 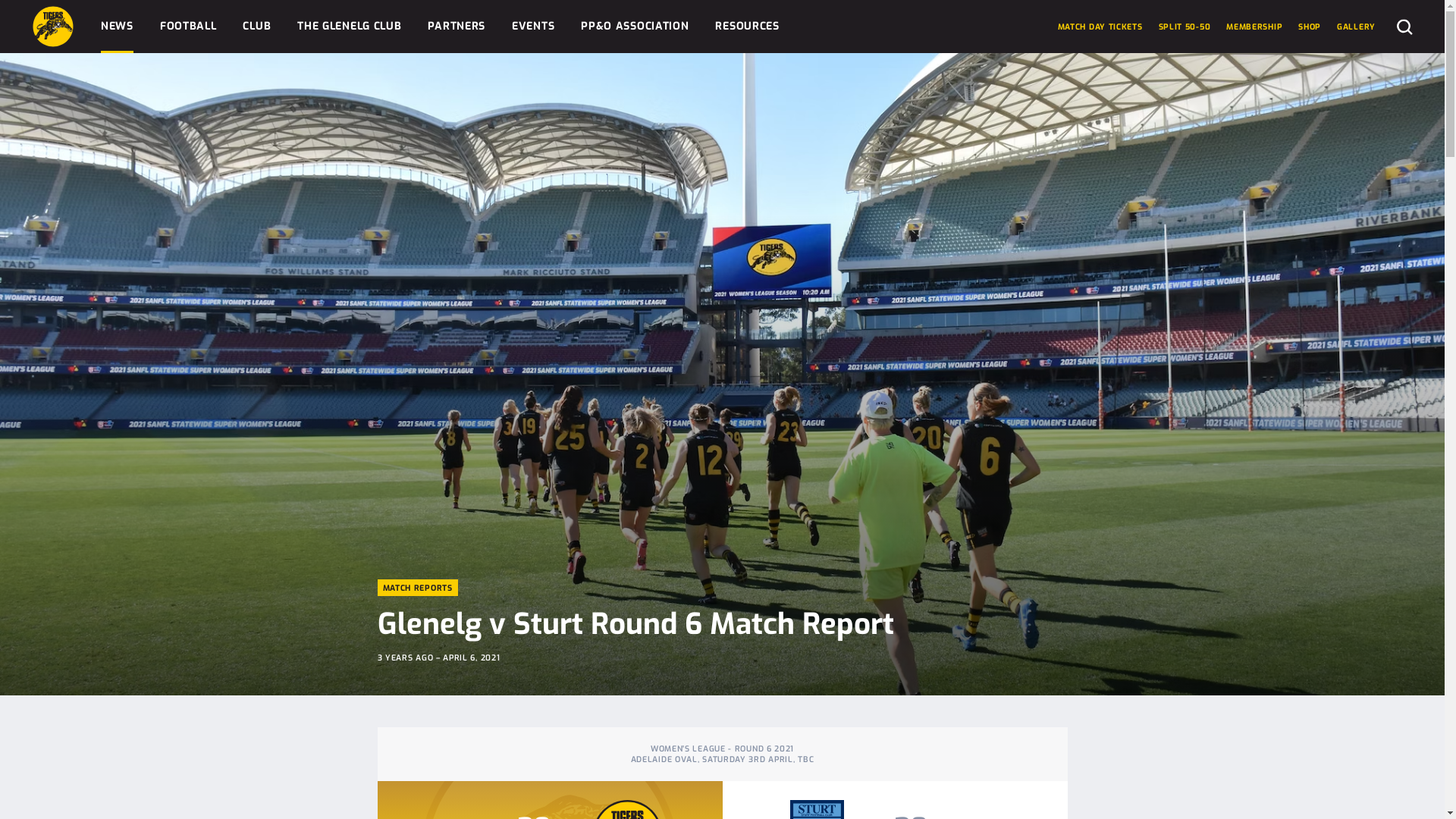 I want to click on 'EVENTS', so click(x=532, y=26).